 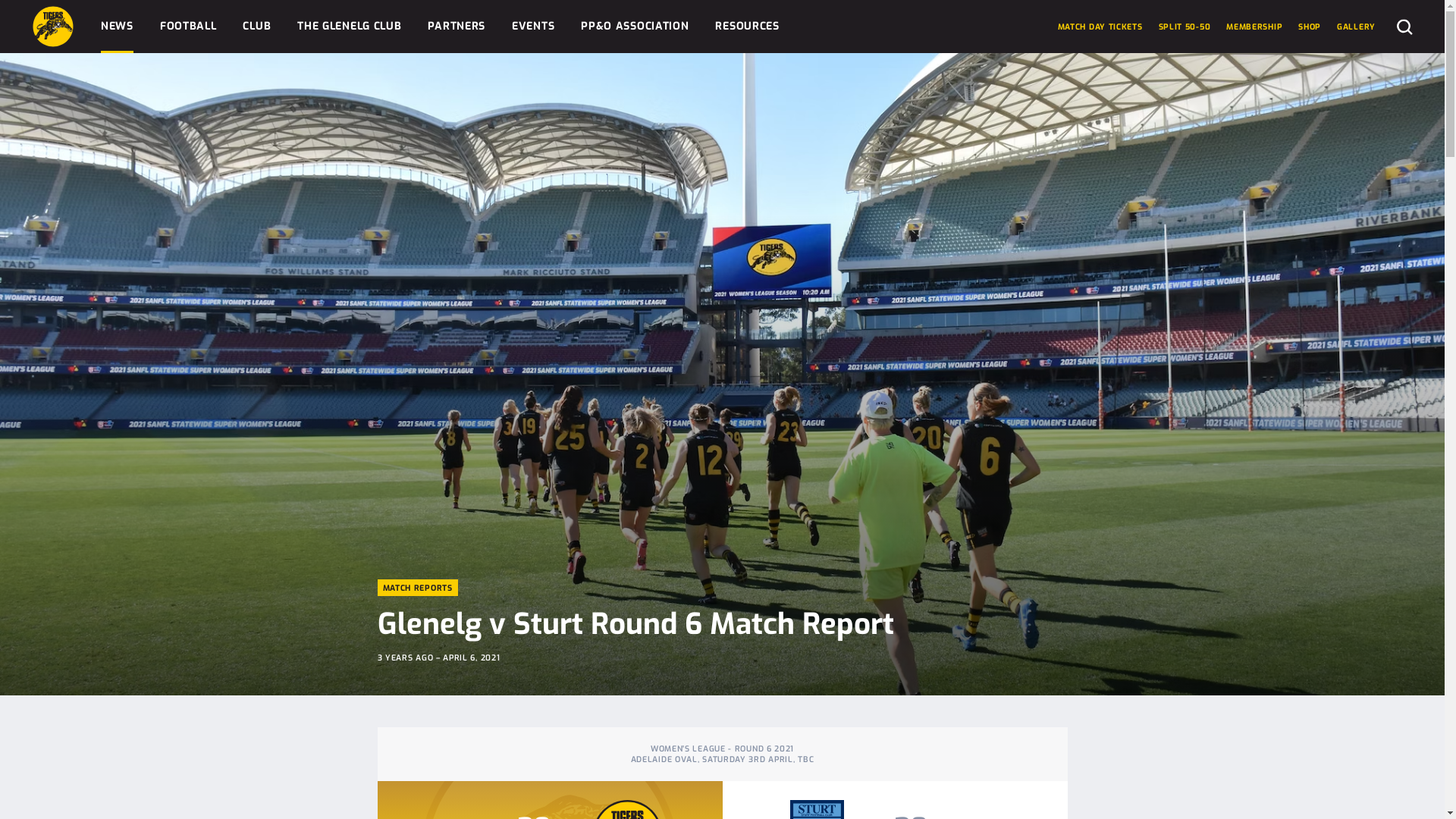 I want to click on 'EVENTS', so click(x=532, y=26).